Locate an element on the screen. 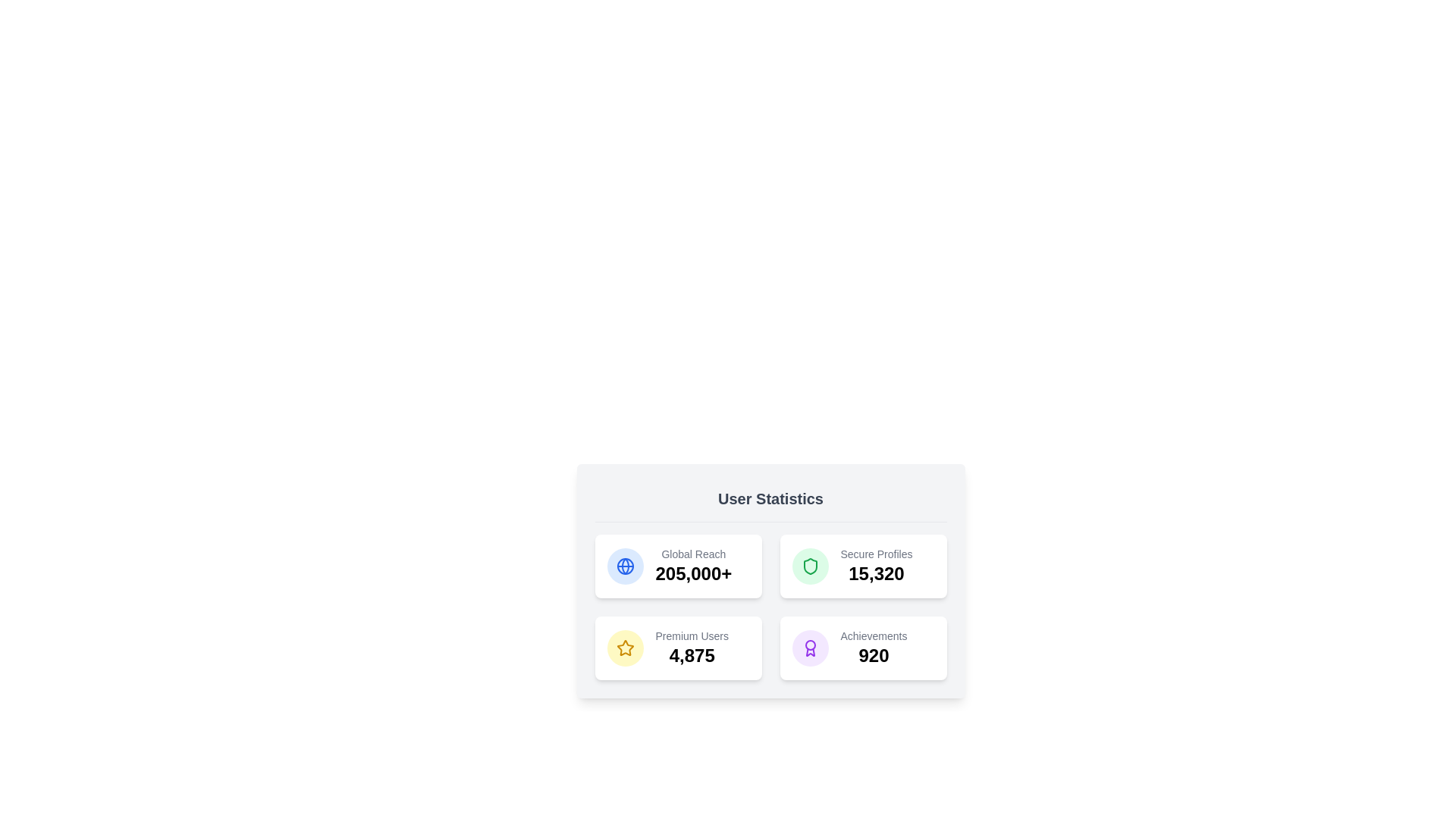  the static text label displaying 'Secure Profiles' located in the top-right quadrant of the 'User Statistics' card, positioned above the number '15,320' and adjacent to the green shield icon is located at coordinates (877, 554).